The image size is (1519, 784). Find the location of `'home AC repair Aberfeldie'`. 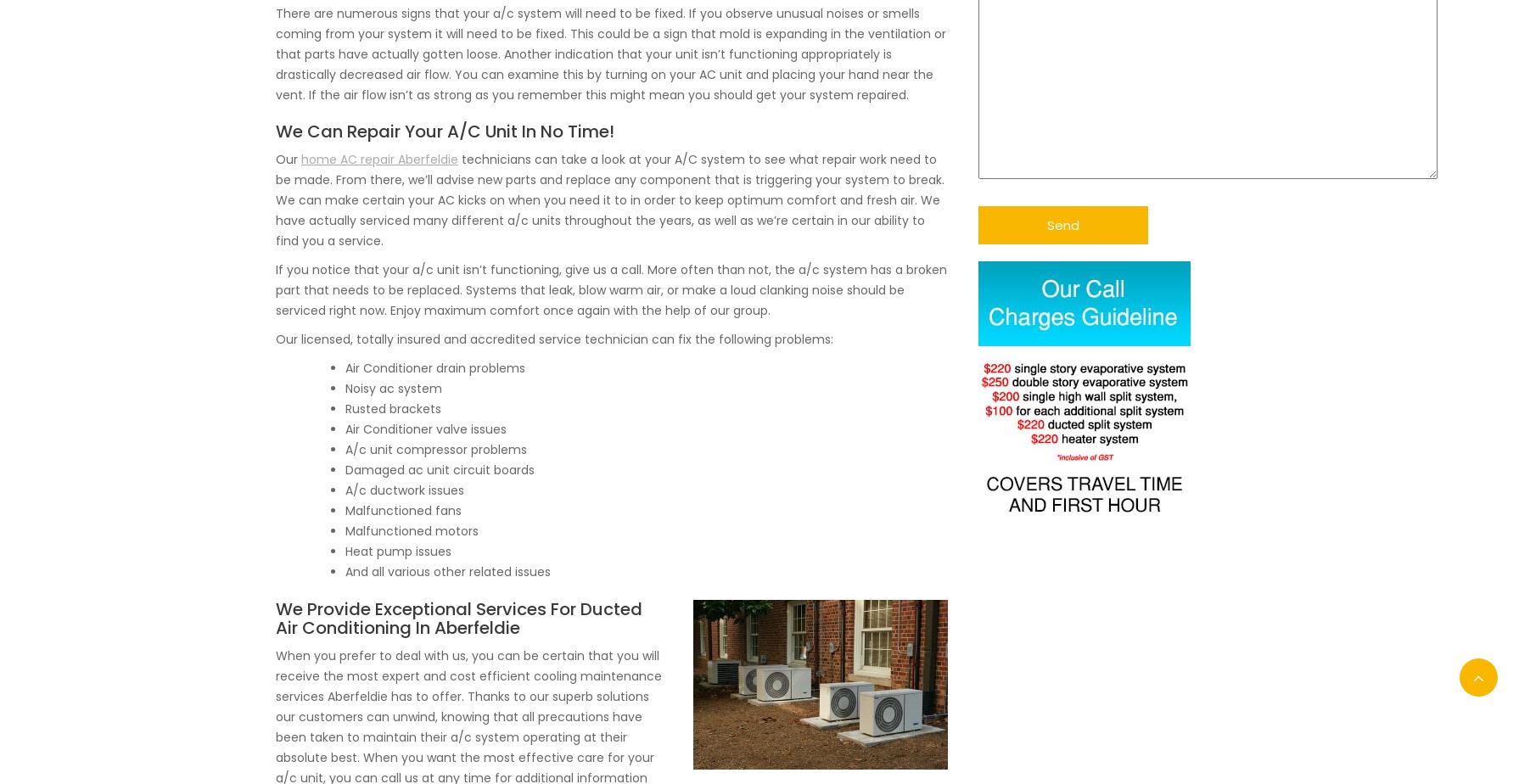

'home AC repair Aberfeldie' is located at coordinates (379, 159).